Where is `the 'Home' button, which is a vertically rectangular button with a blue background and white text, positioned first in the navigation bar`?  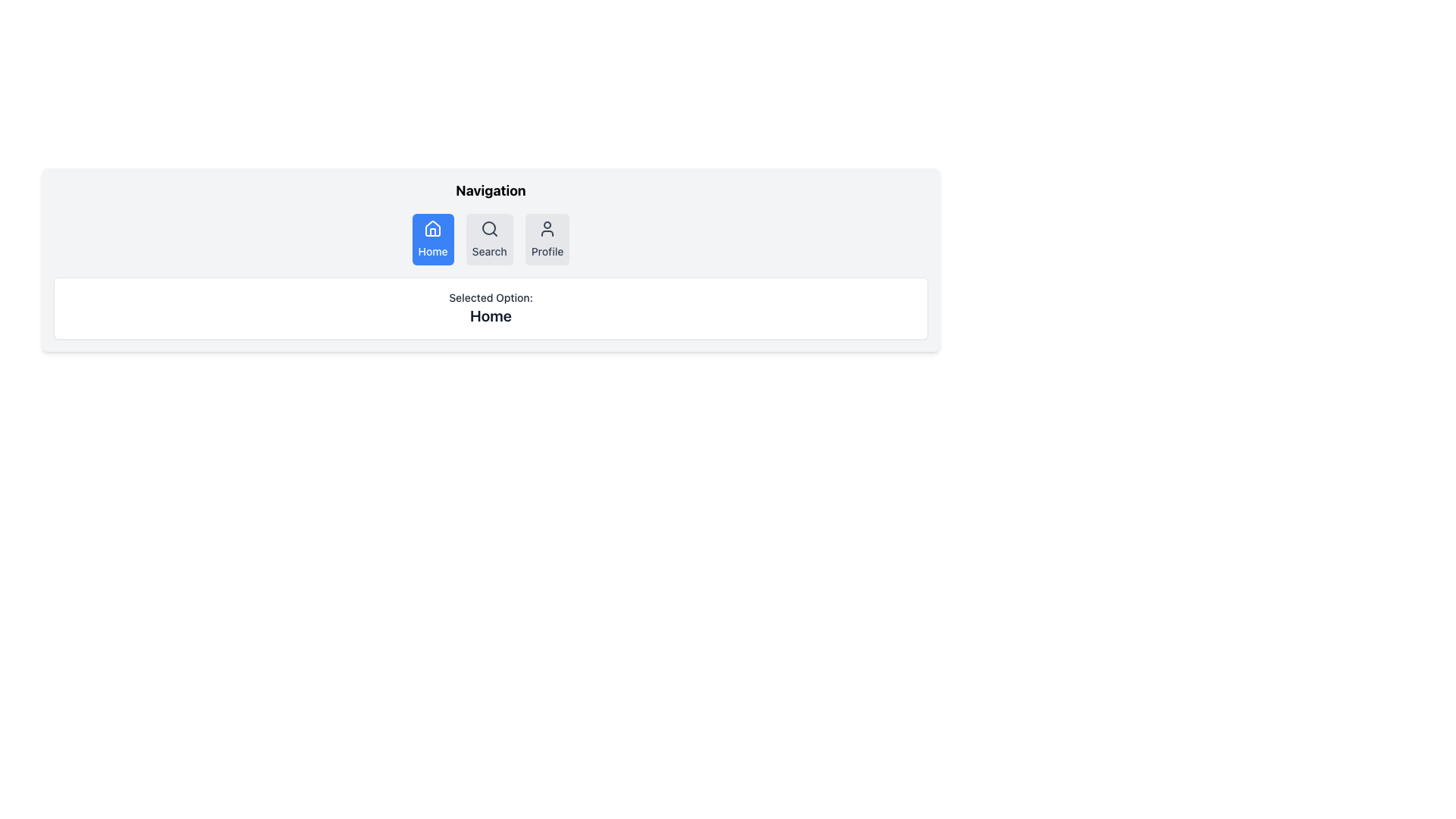
the 'Home' button, which is a vertically rectangular button with a blue background and white text, positioned first in the navigation bar is located at coordinates (432, 239).